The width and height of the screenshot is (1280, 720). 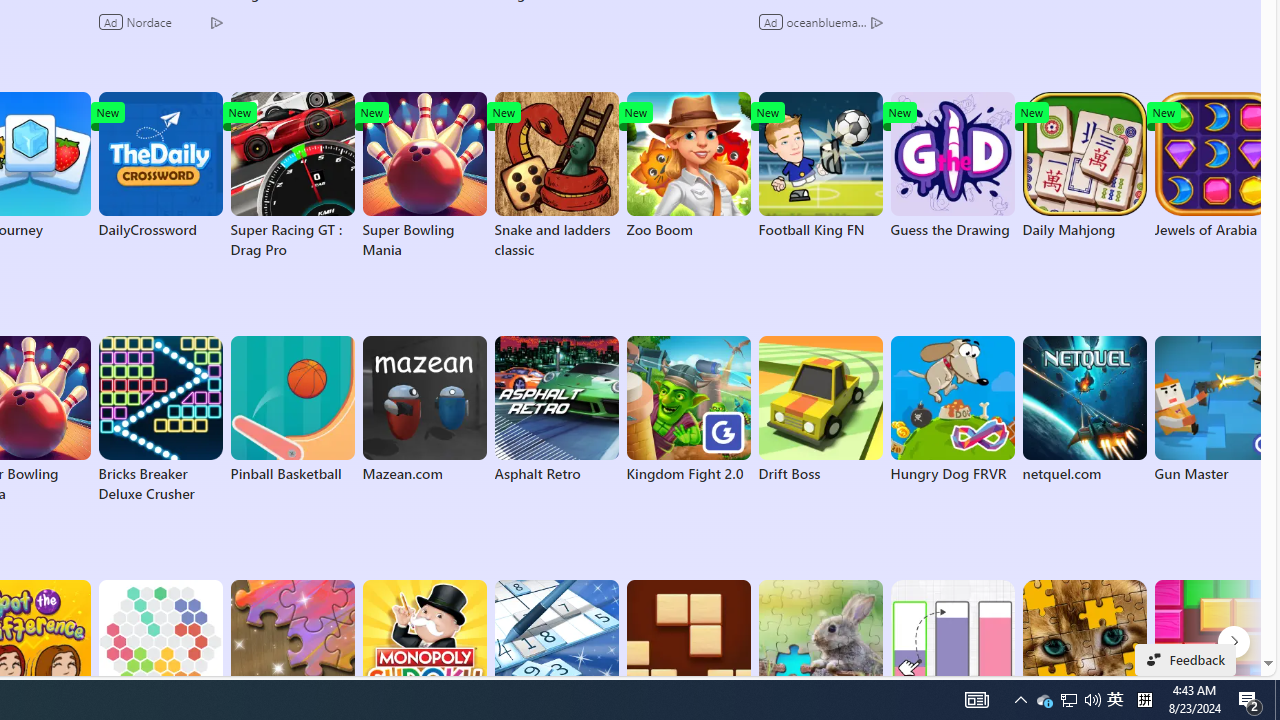 I want to click on 'Kingdom Fight 2.0', so click(x=688, y=409).